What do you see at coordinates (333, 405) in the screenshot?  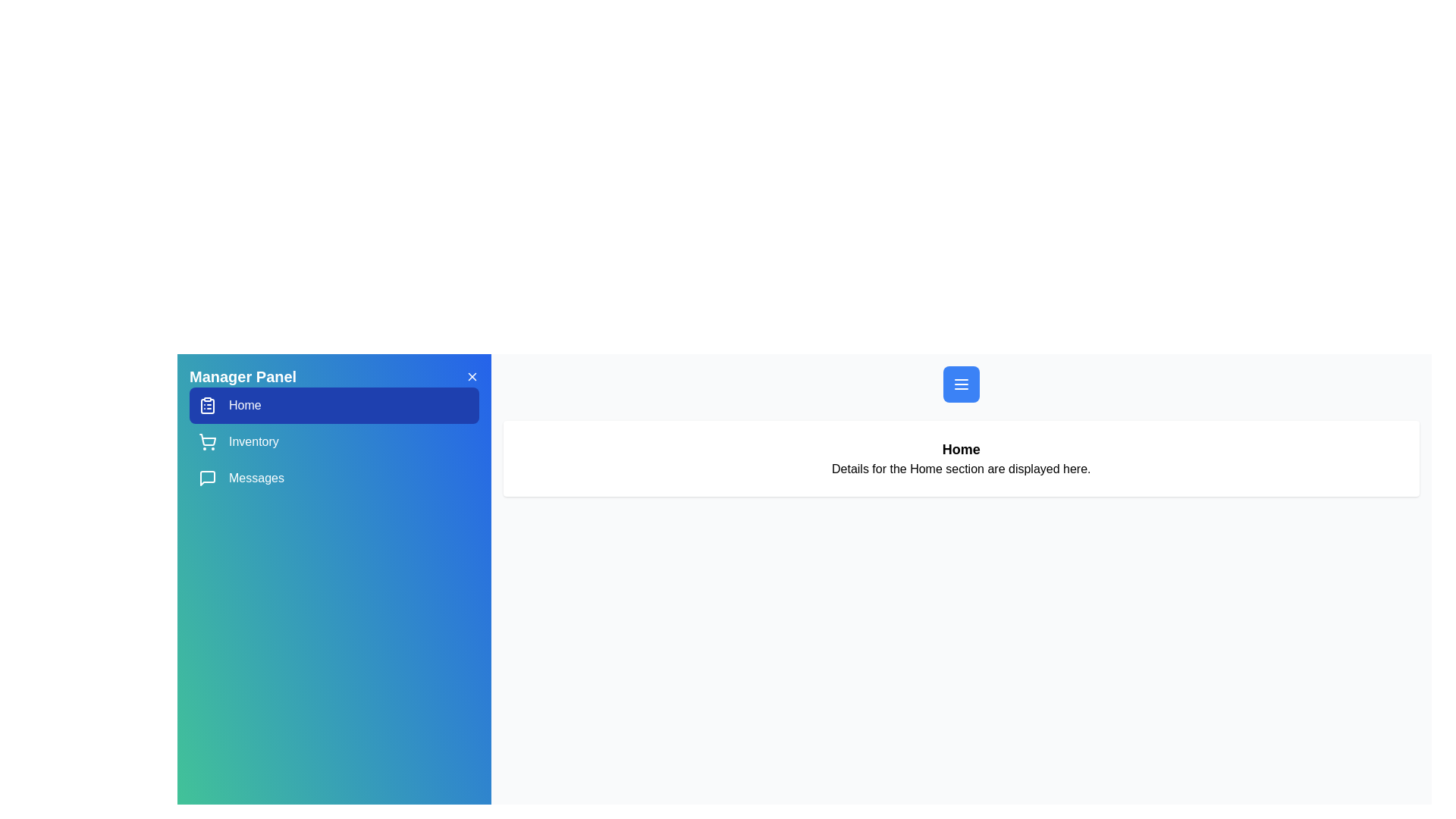 I see `the menu item corresponding to Home` at bounding box center [333, 405].